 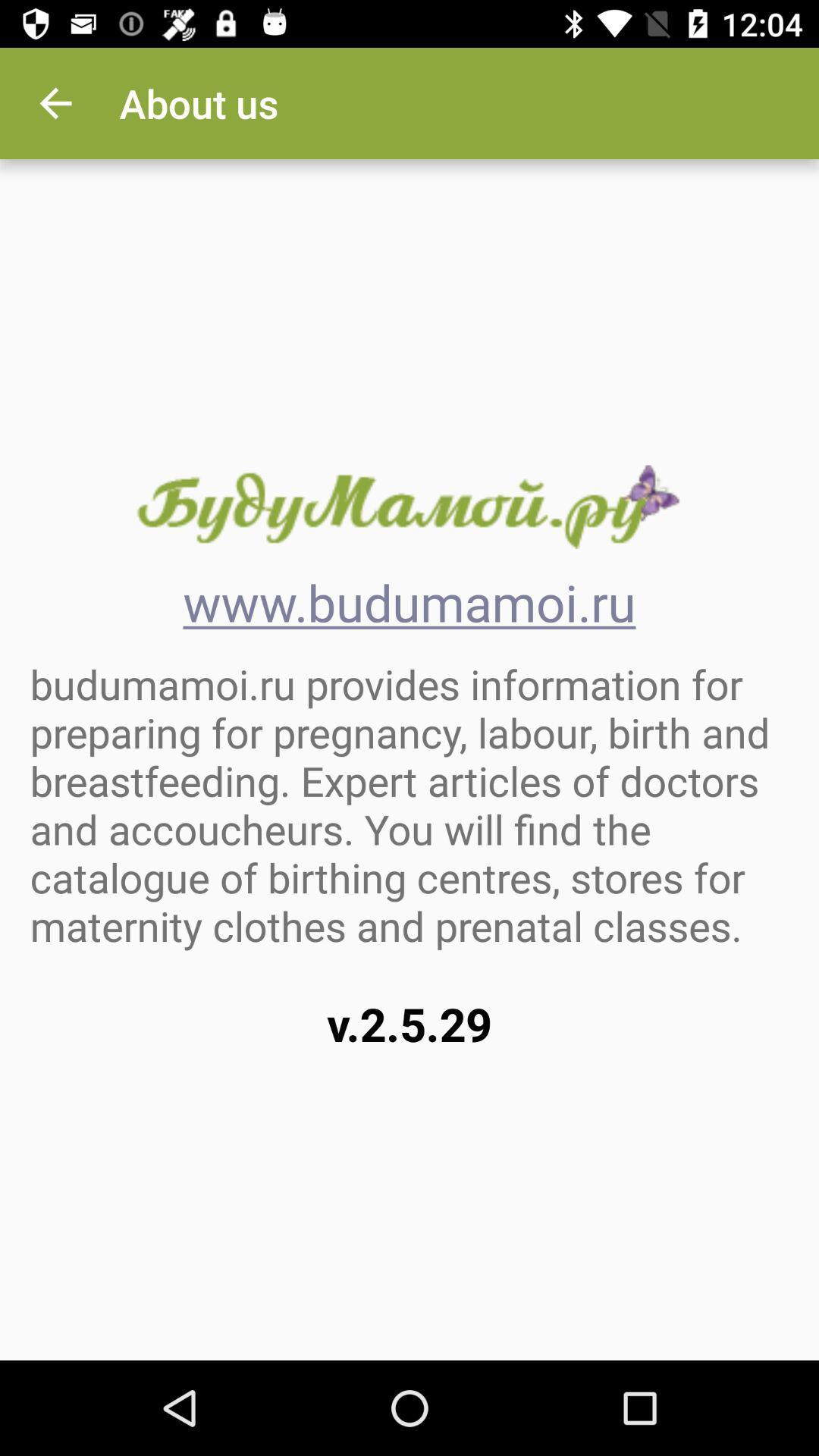 I want to click on website, so click(x=408, y=507).